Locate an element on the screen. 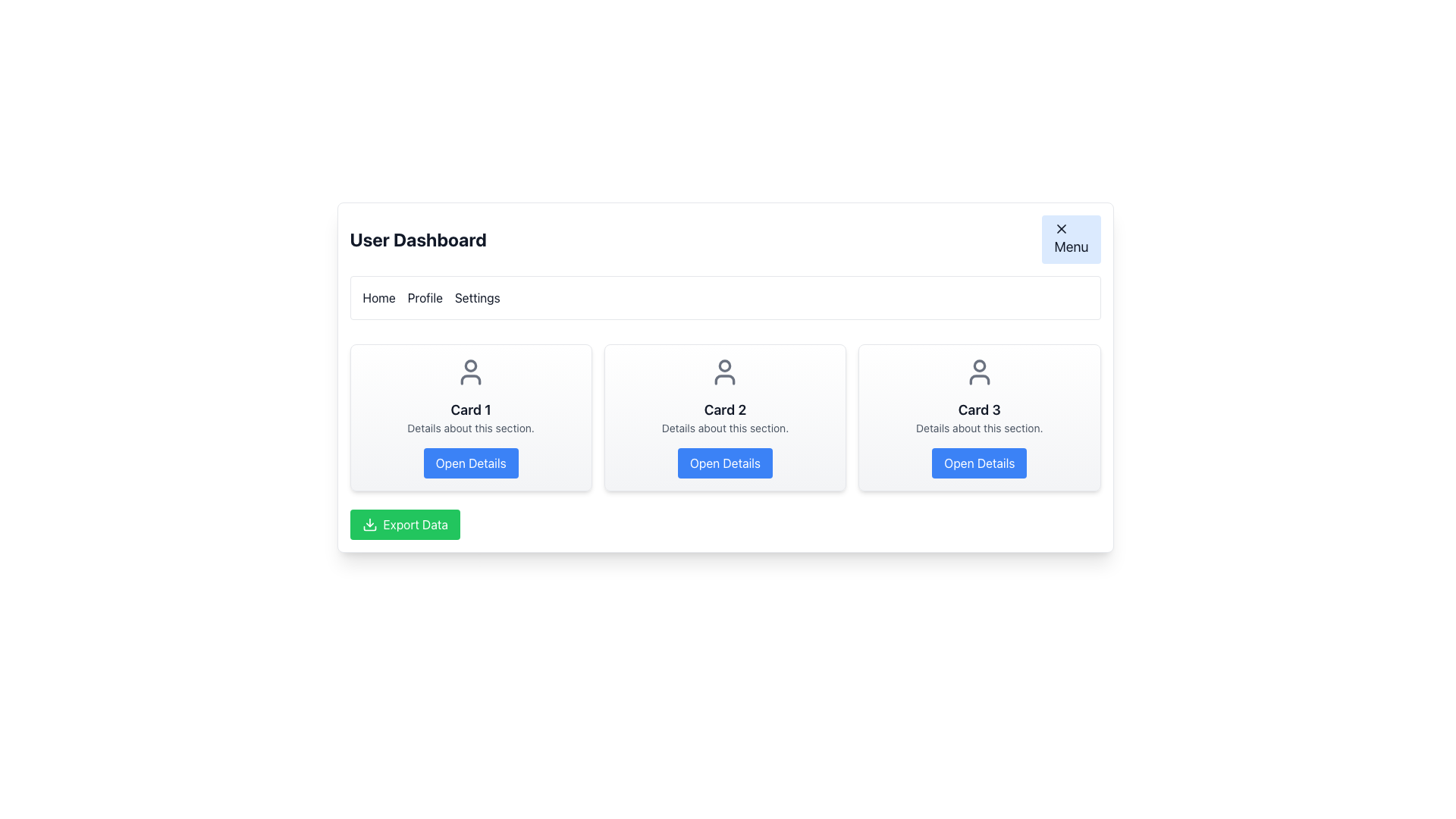 The height and width of the screenshot is (819, 1456). the user profile icon located at the top center of 'Card 3', which is designed for personalization or user-related functionality is located at coordinates (979, 372).